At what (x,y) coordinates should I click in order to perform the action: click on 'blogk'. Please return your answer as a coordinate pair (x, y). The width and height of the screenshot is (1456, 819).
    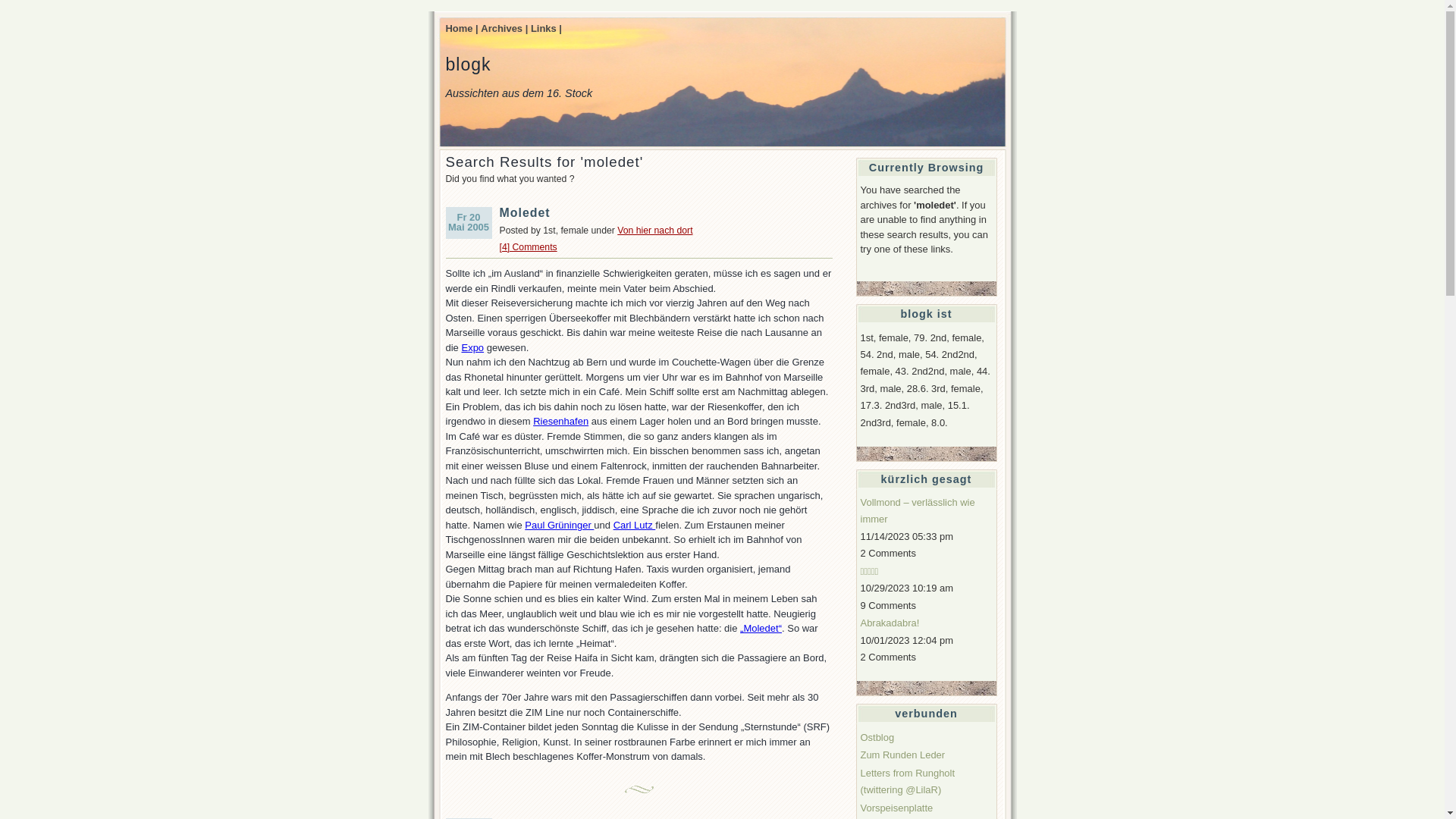
    Looking at the image, I should click on (468, 63).